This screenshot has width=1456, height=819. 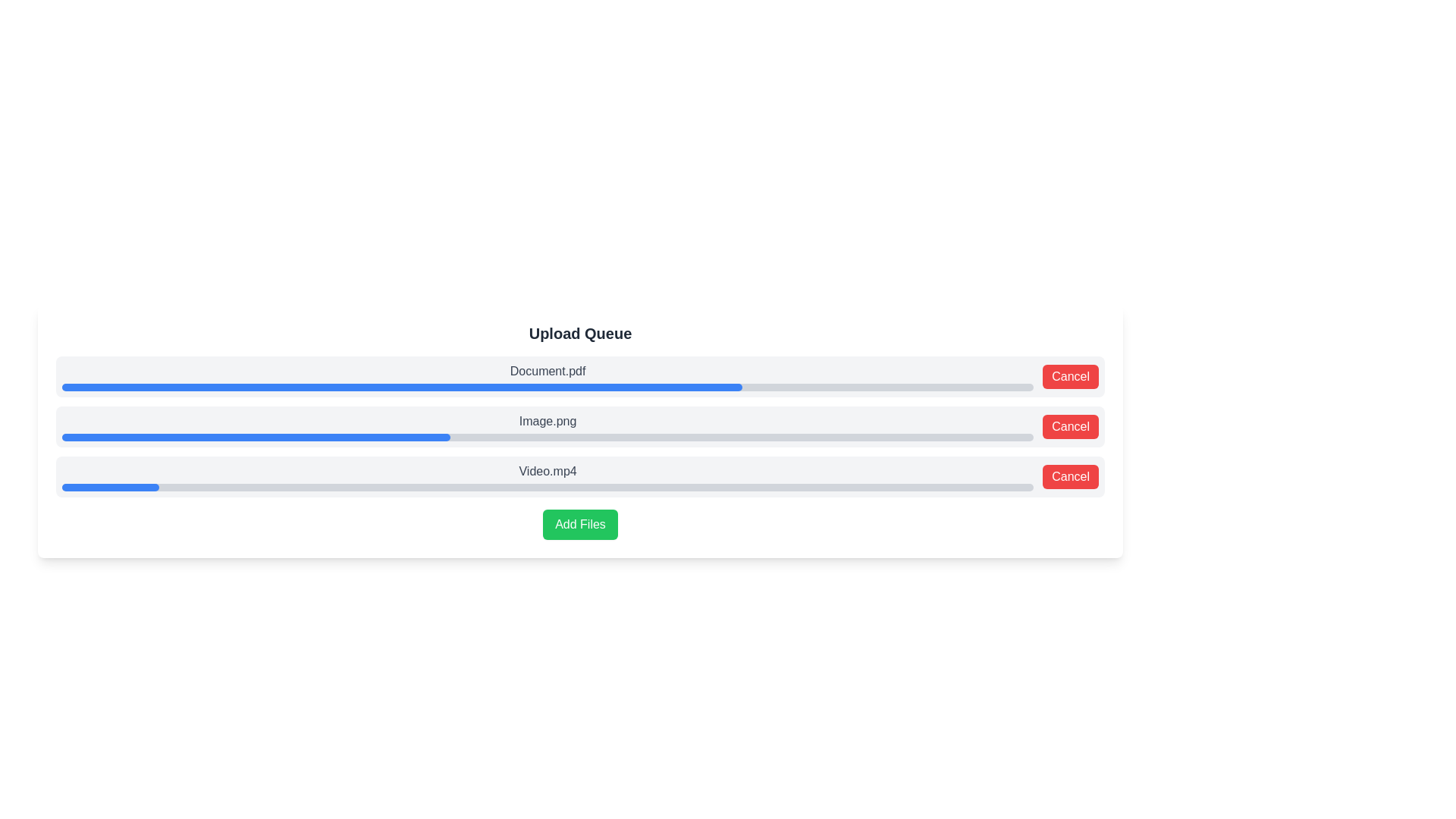 What do you see at coordinates (579, 376) in the screenshot?
I see `the progress bar of the first upload entry row in the queue` at bounding box center [579, 376].